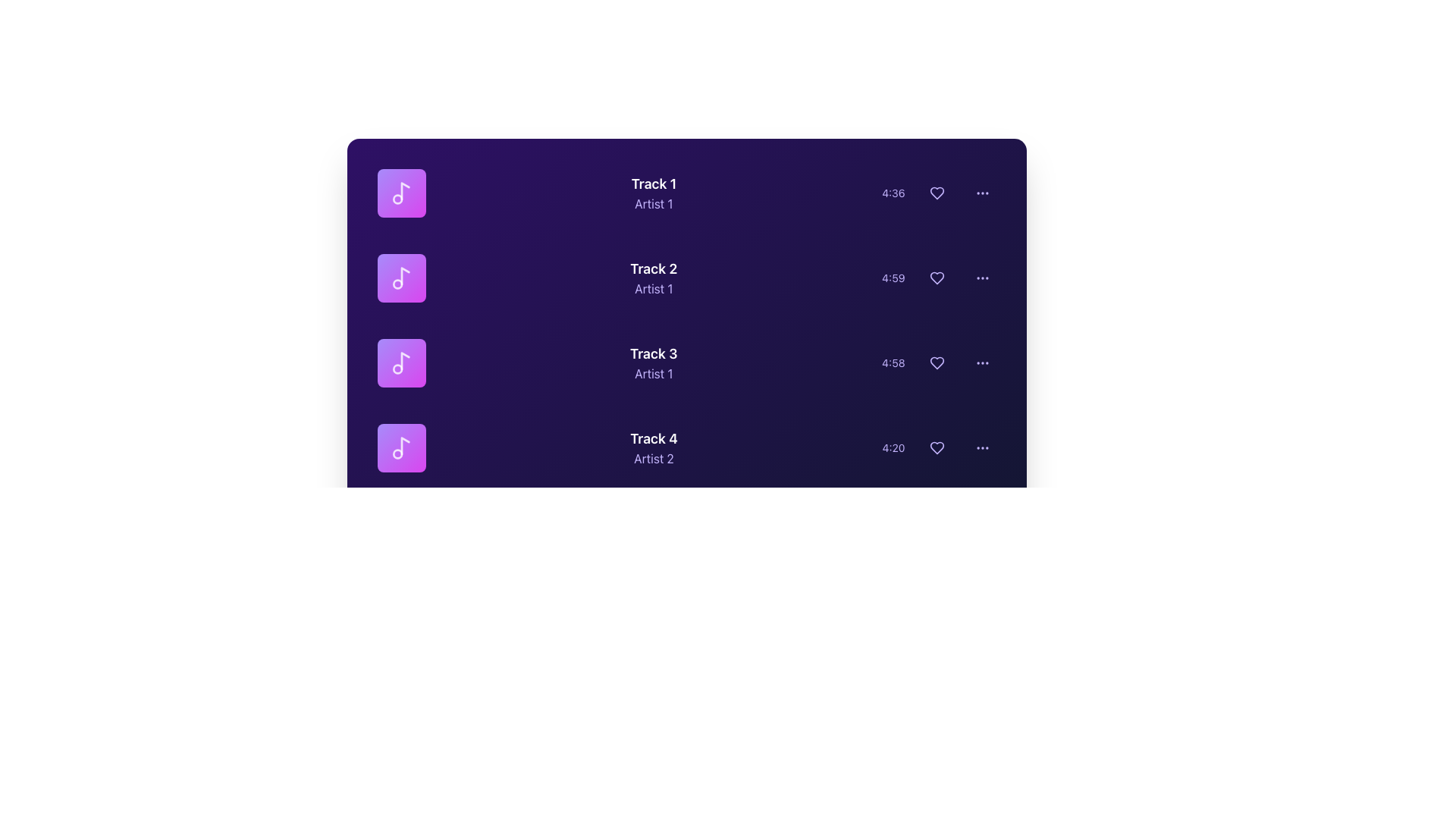 The width and height of the screenshot is (1456, 819). What do you see at coordinates (936, 362) in the screenshot?
I see `the heart icon located at the far right of the row for 'Track 3' in the music playlist to favorite or unfavorite the item` at bounding box center [936, 362].